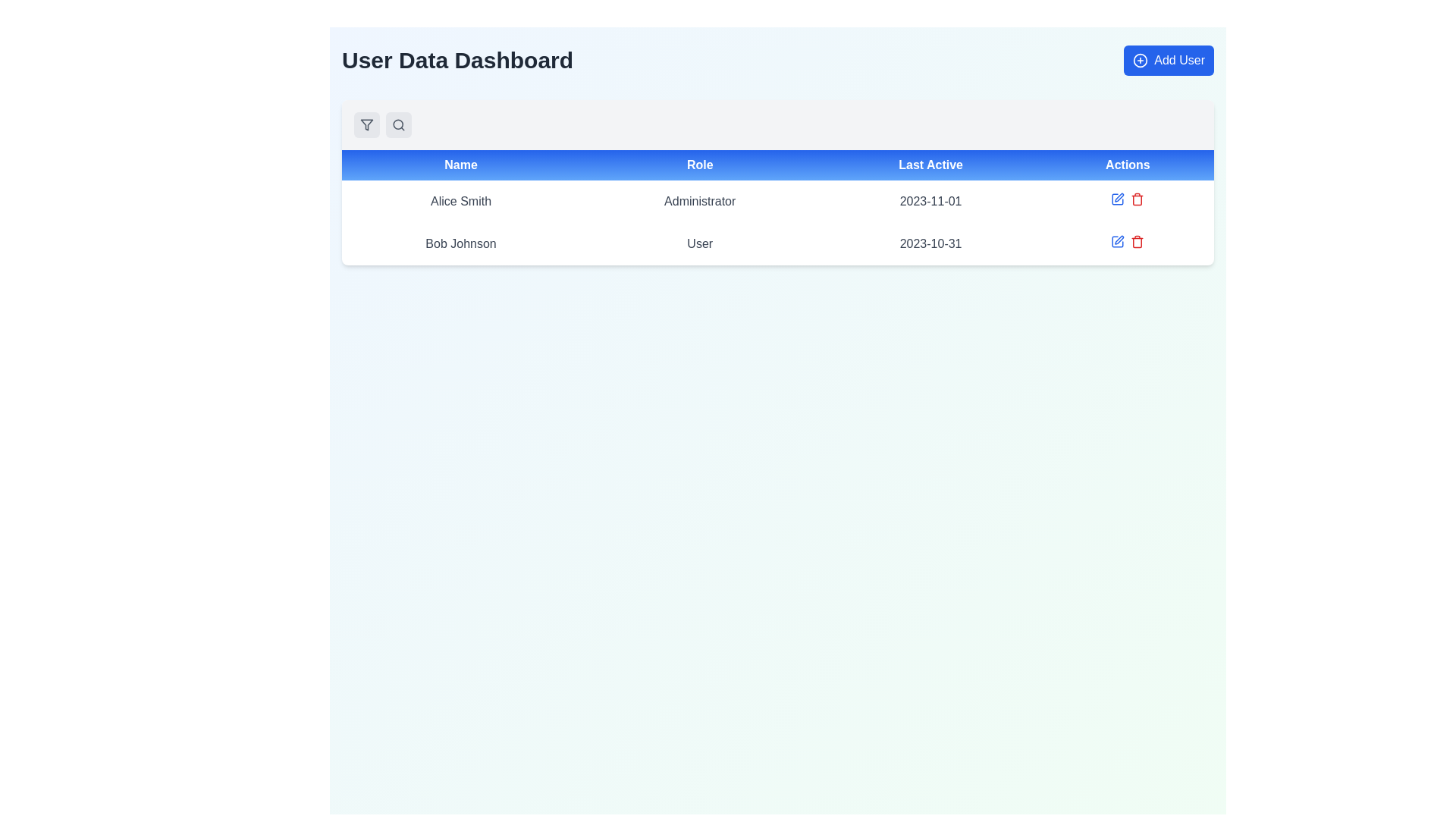  Describe the element at coordinates (367, 124) in the screenshot. I see `the Button with an icon located in the header section, aligned to the left in a toolbar, which triggers a filtering action` at that location.